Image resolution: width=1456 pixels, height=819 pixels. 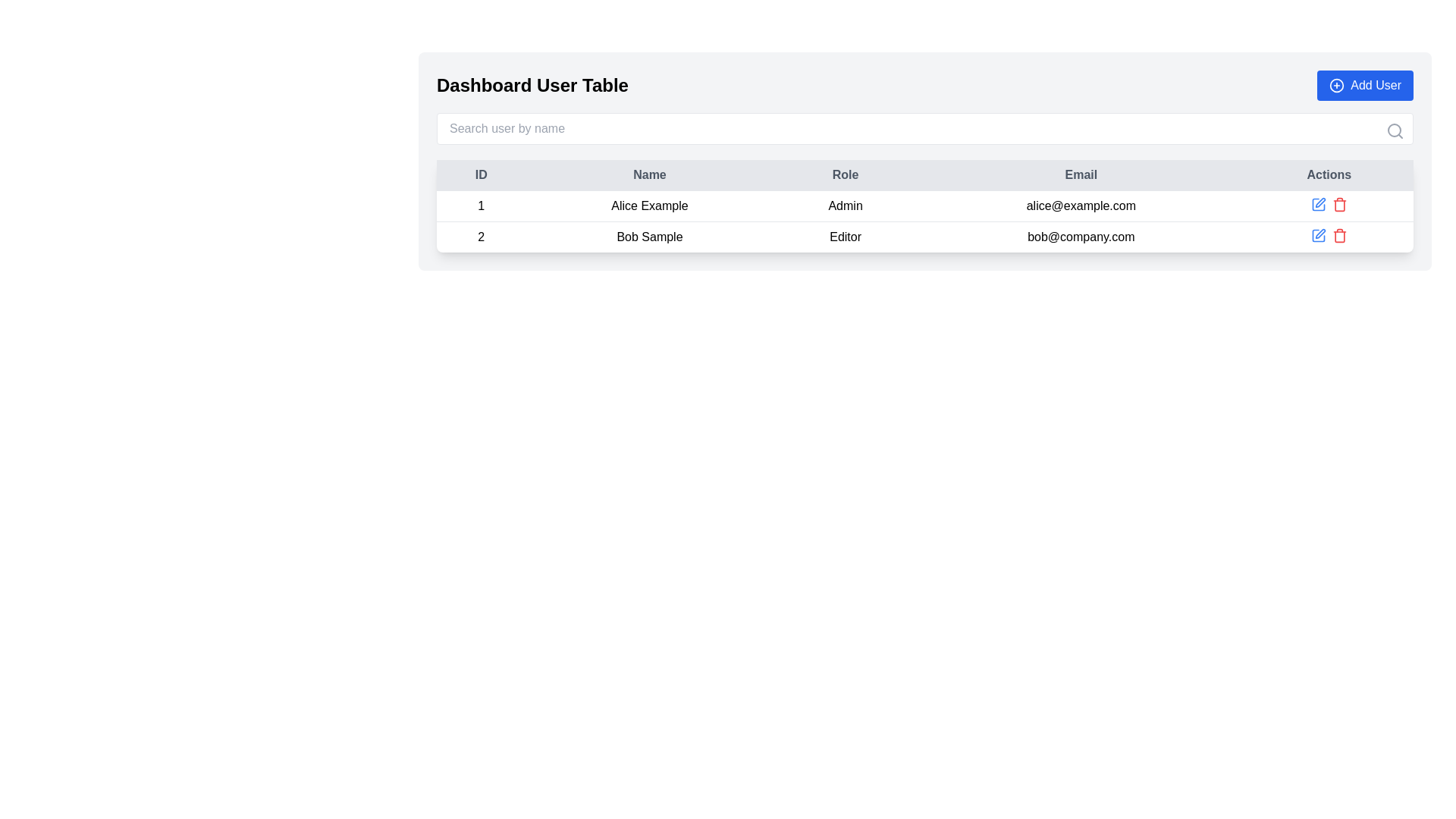 What do you see at coordinates (480, 206) in the screenshot?
I see `the Table Cell element containing the text '1', which is located in the first row under the 'ID' header of the table` at bounding box center [480, 206].